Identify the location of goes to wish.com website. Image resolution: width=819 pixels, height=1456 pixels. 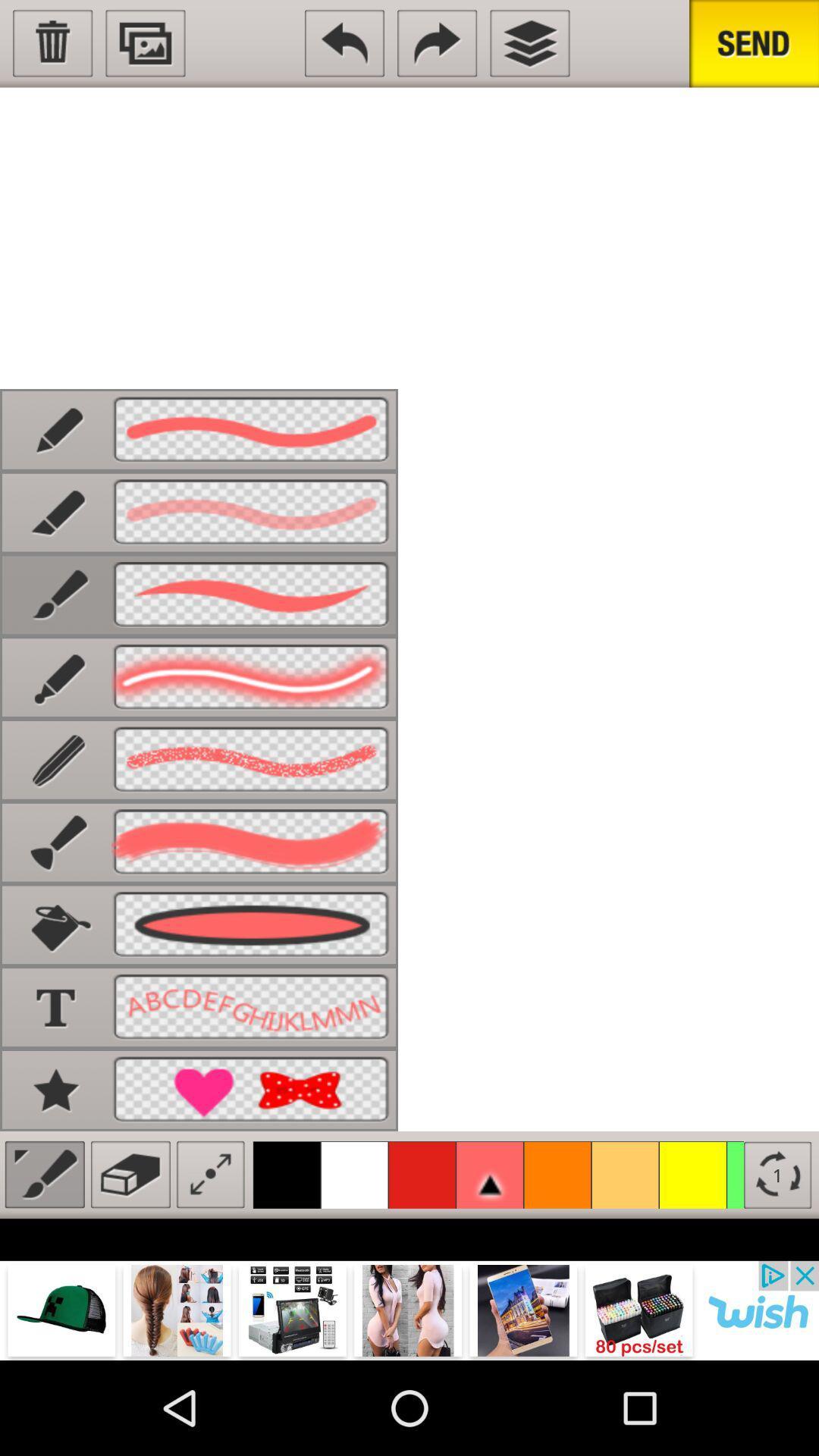
(409, 1310).